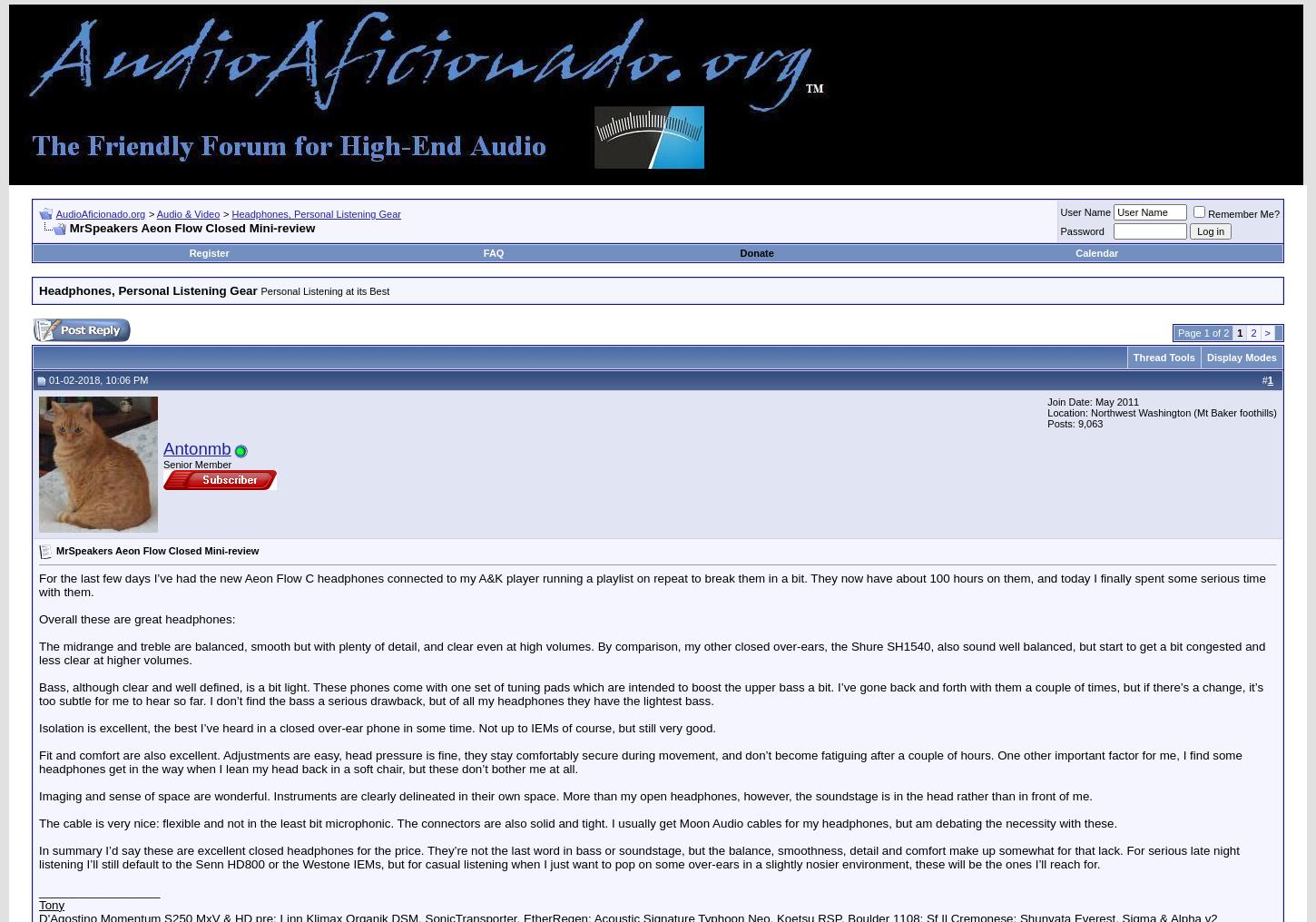  I want to click on 'Overall these are great headphones:', so click(135, 617).